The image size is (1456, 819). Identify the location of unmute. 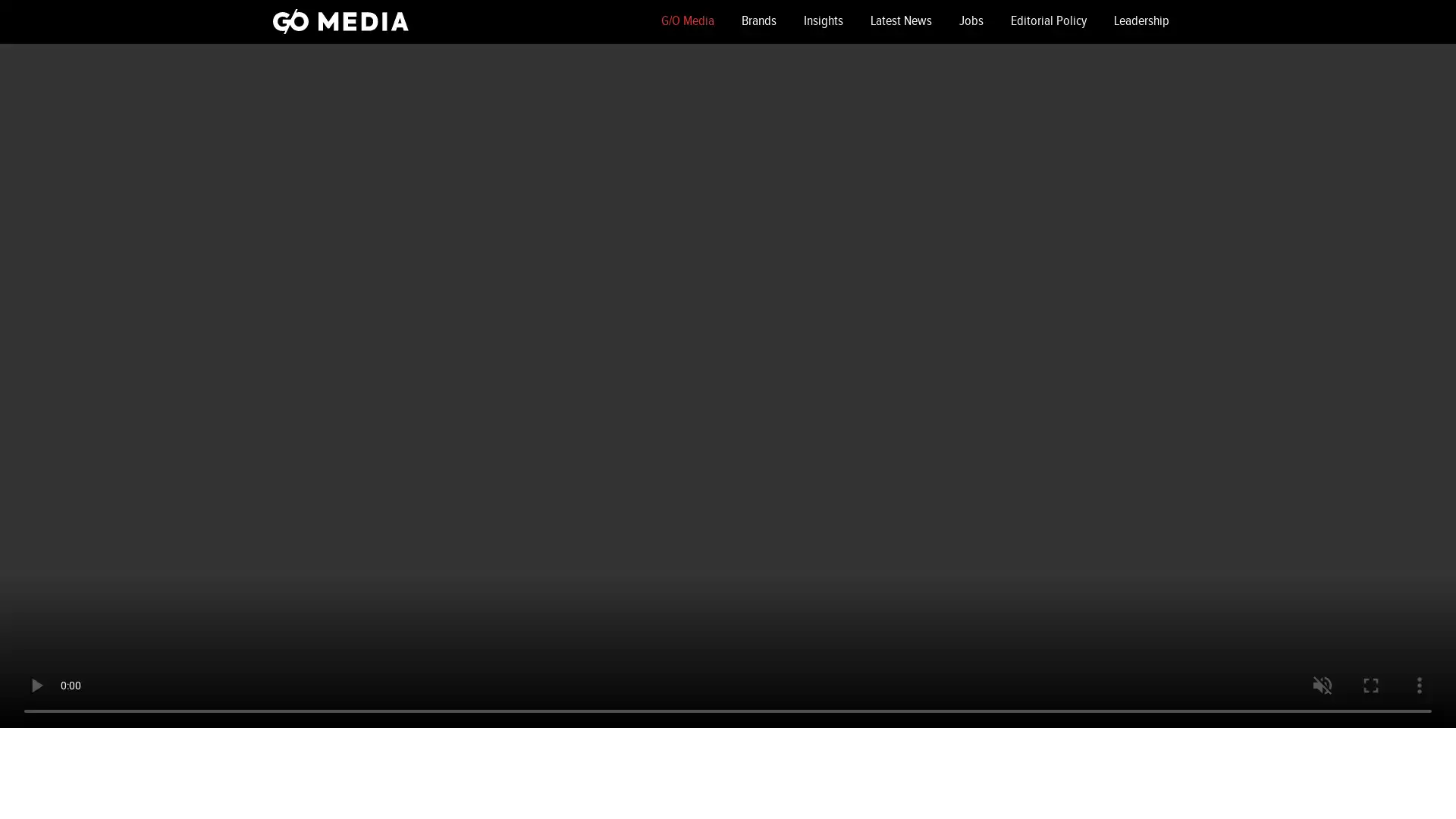
(1321, 685).